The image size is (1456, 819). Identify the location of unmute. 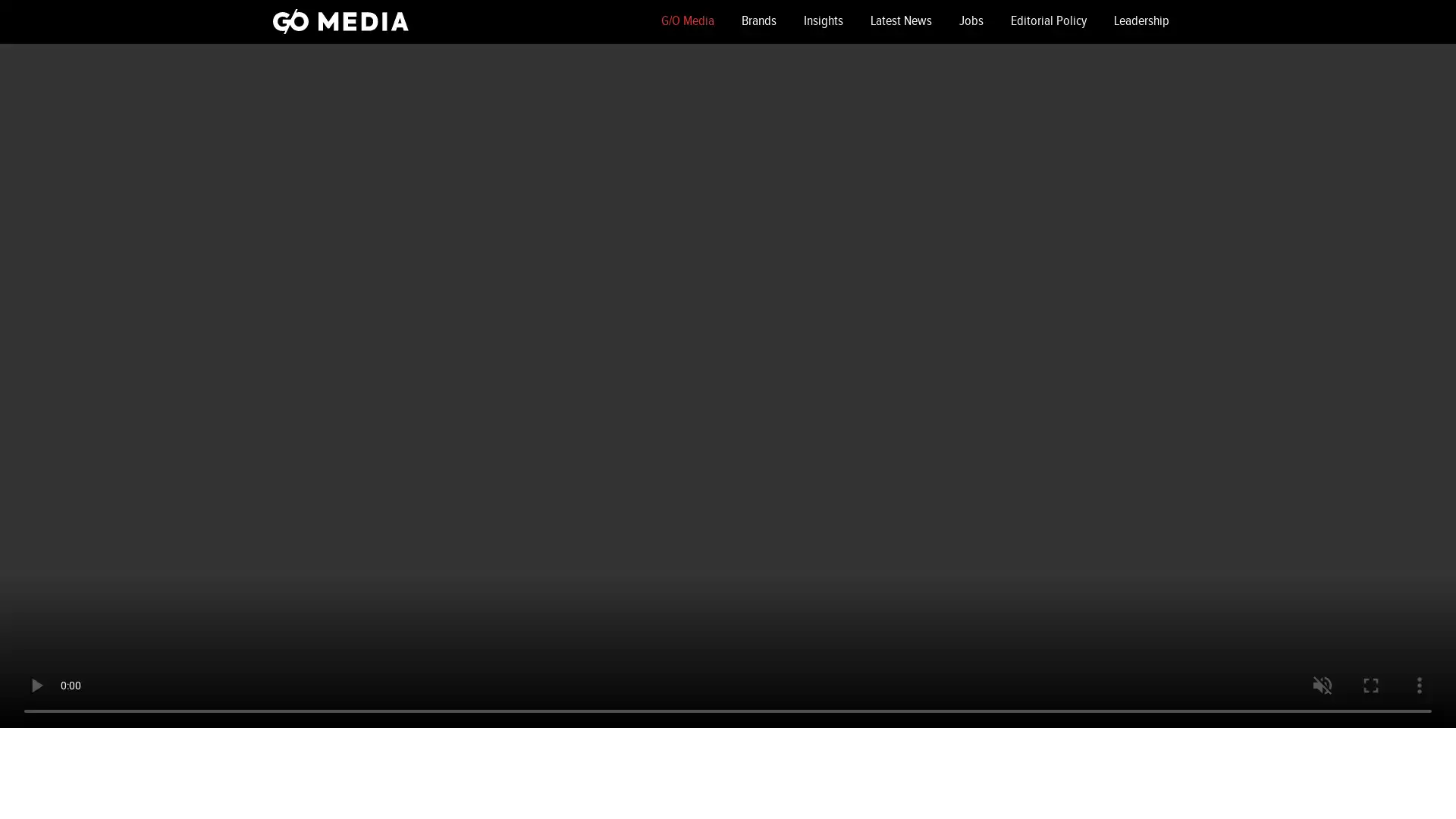
(1321, 685).